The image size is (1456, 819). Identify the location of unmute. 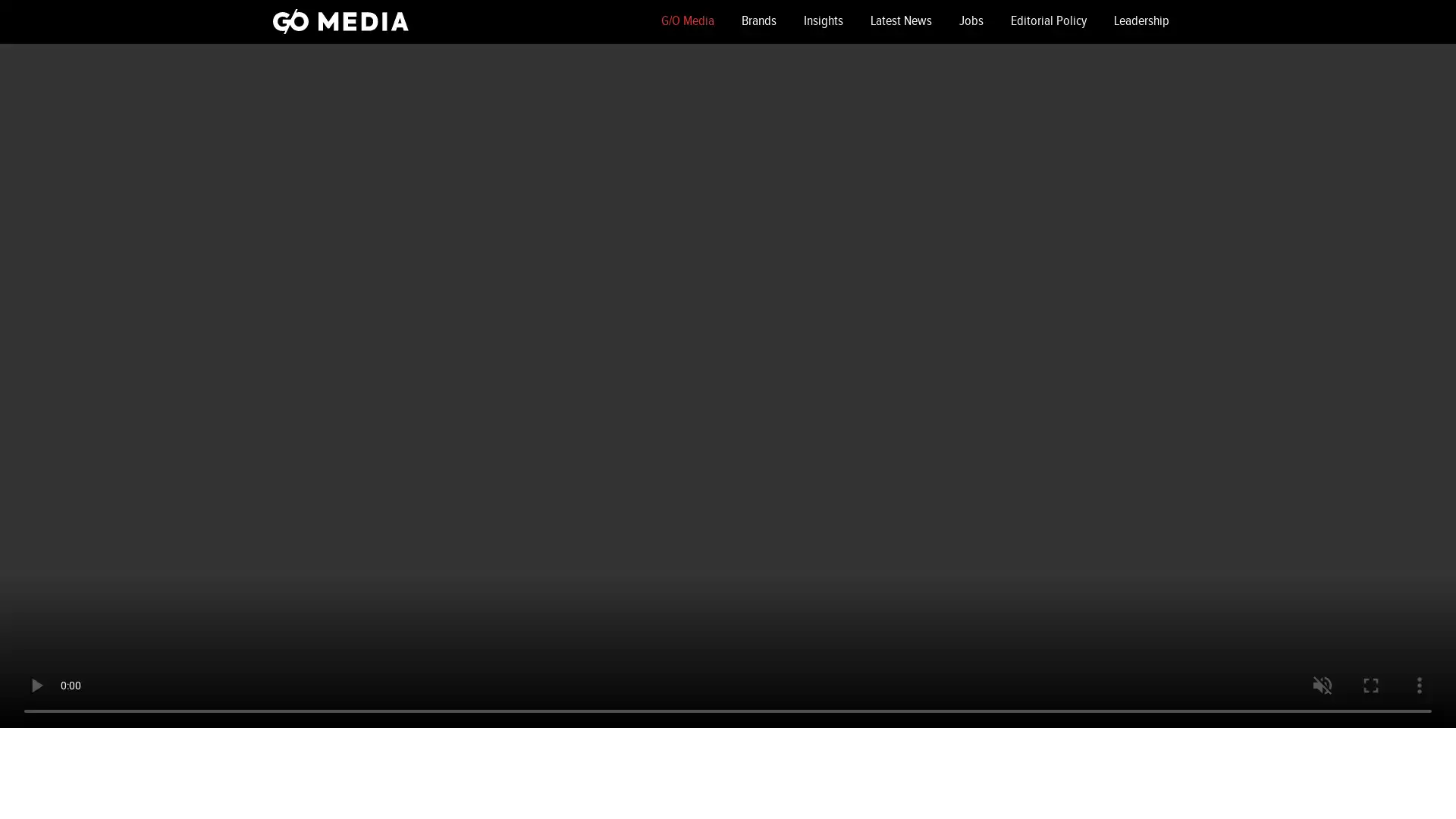
(1321, 685).